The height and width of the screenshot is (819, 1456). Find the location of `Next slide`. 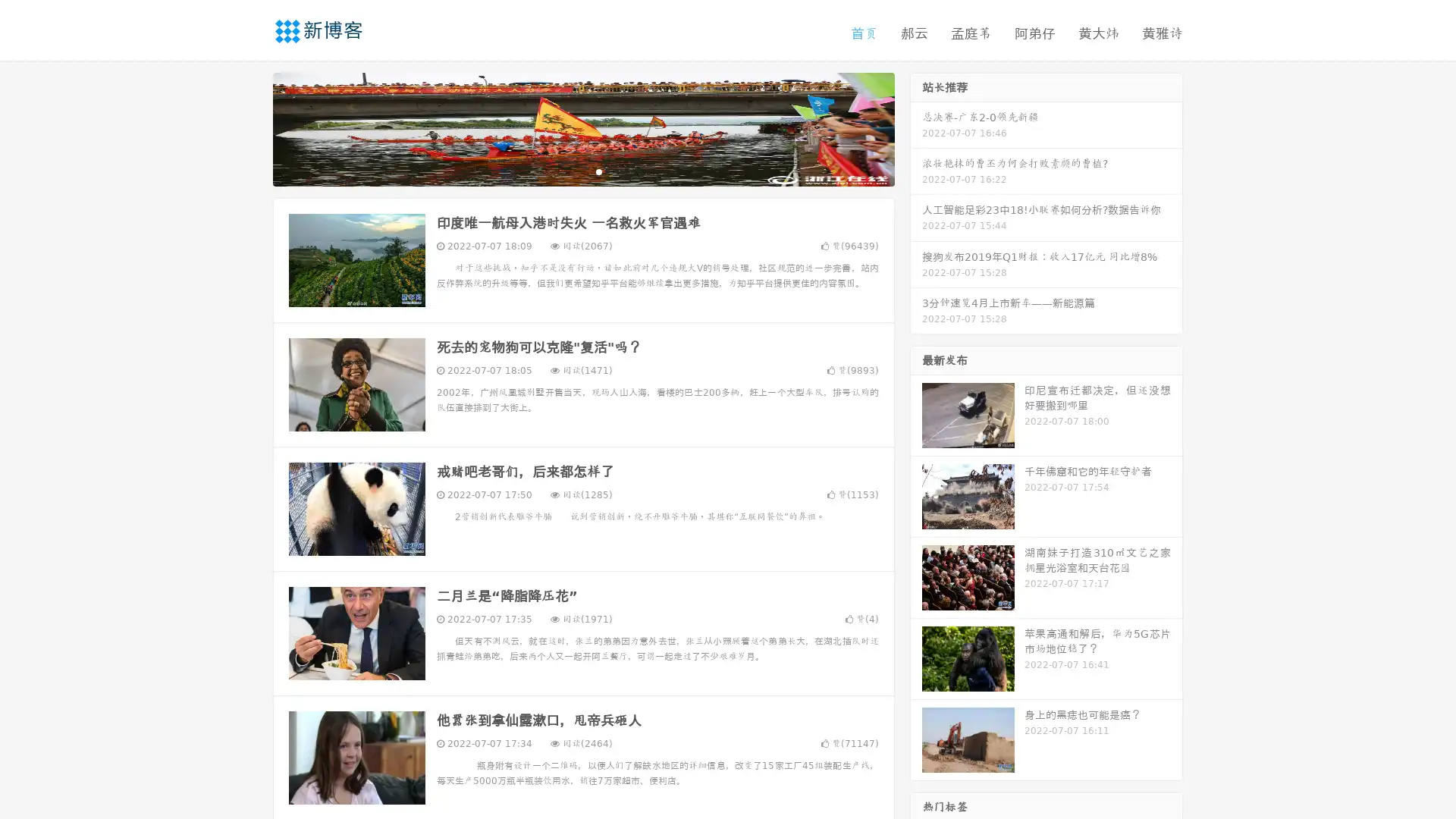

Next slide is located at coordinates (916, 127).